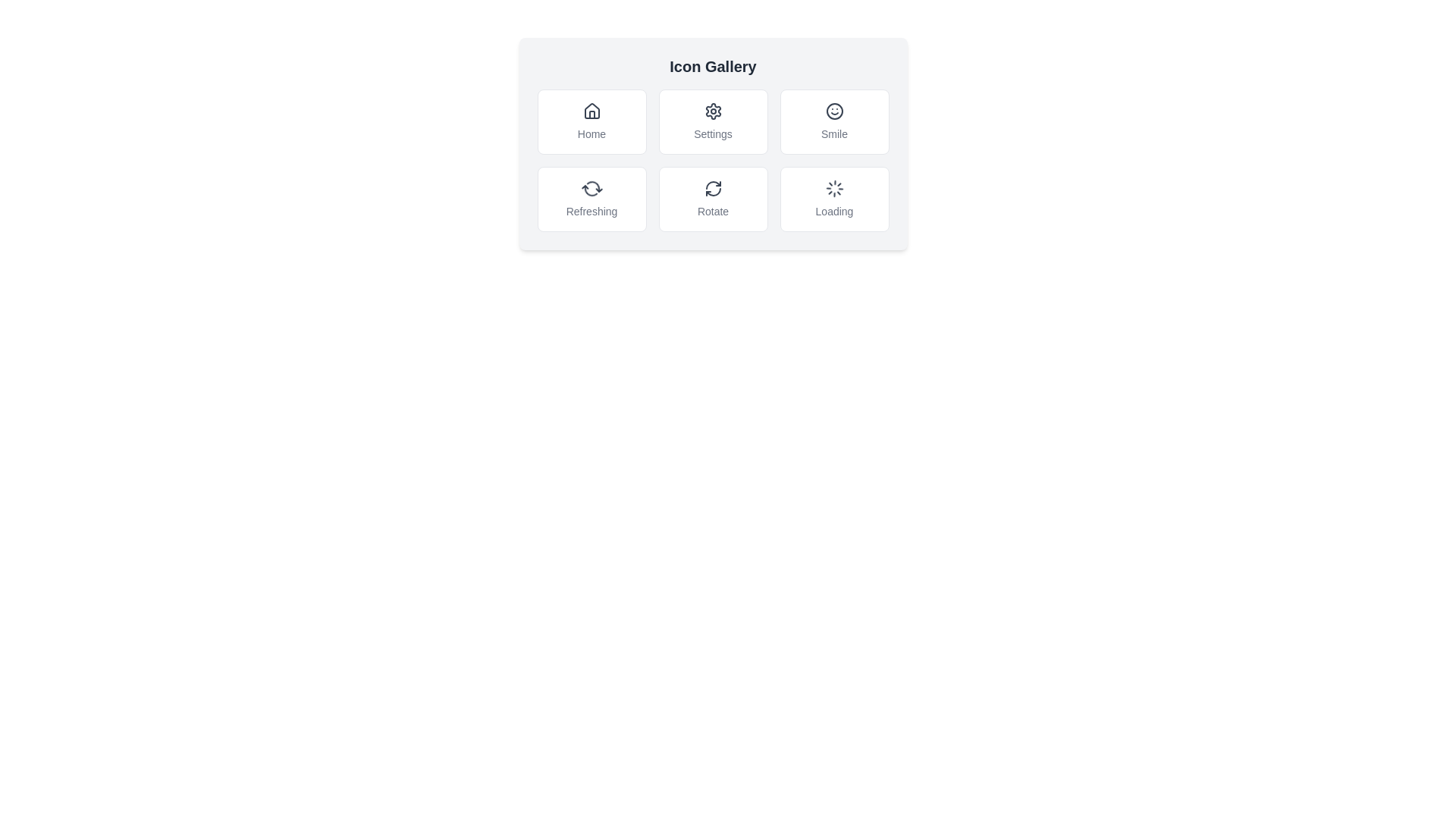 The image size is (1456, 819). I want to click on the 'smile' icon button located in the third column of the first row in the Icon Gallery, so click(833, 121).